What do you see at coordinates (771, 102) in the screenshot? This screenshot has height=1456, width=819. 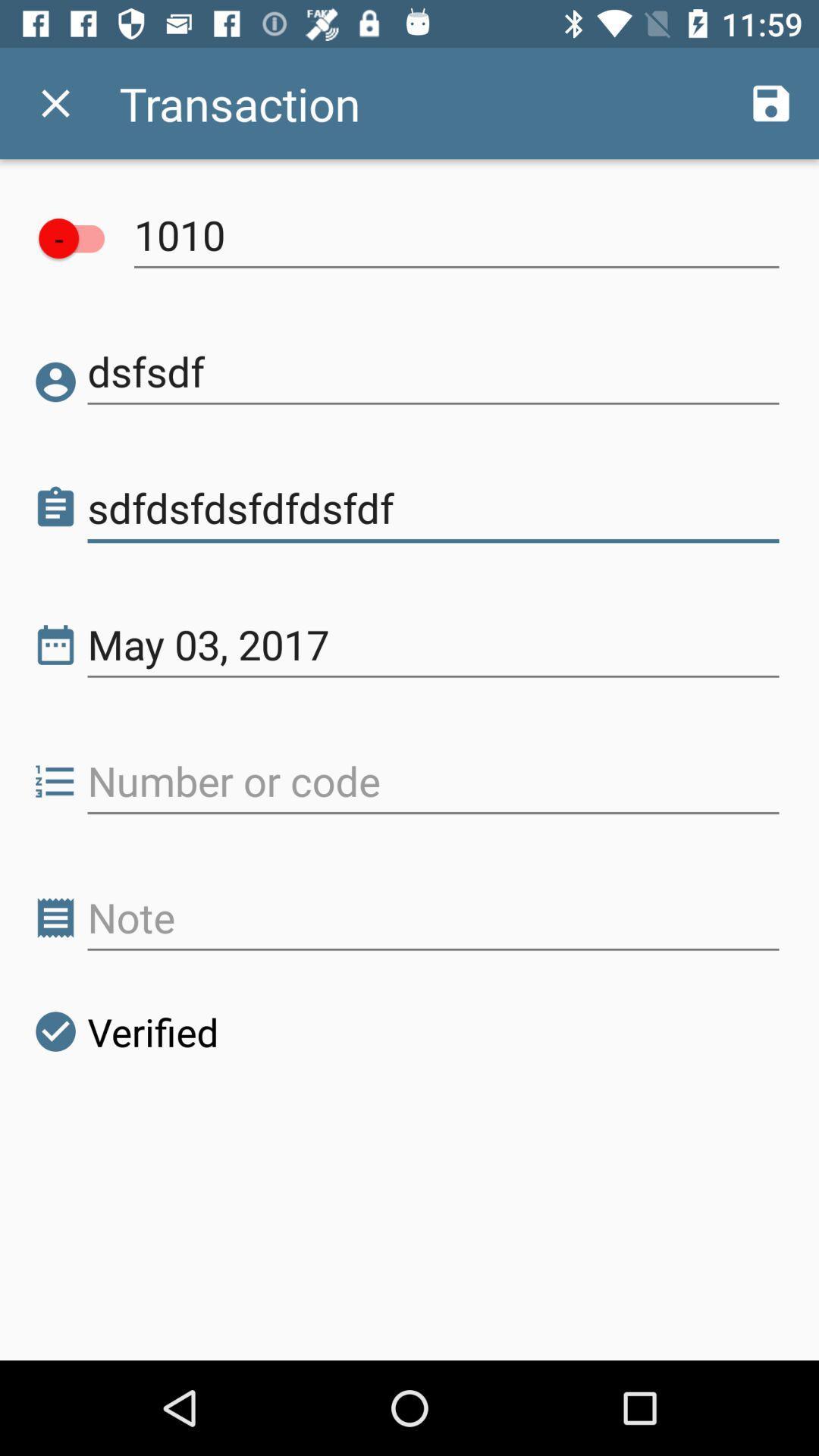 I see `icon to the right of the transaction` at bounding box center [771, 102].